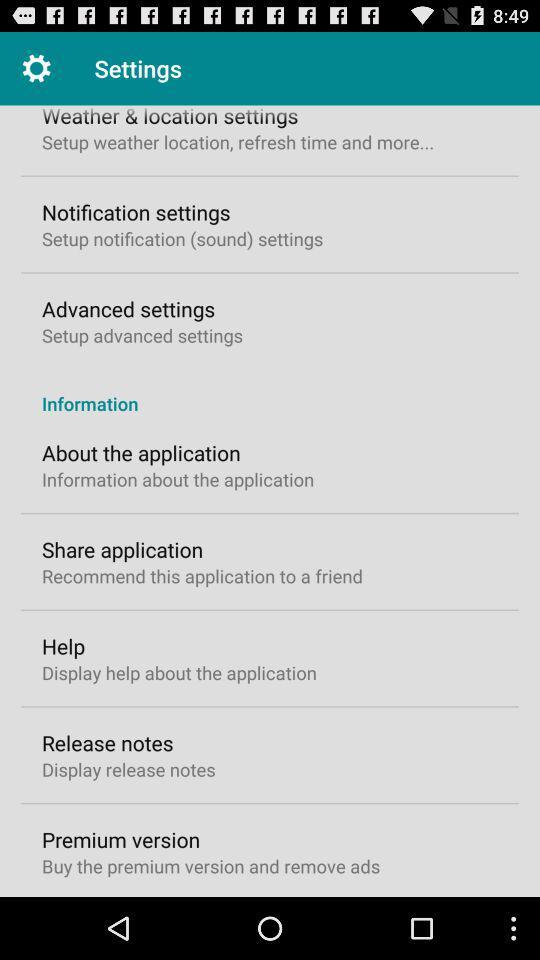  I want to click on item at the bottom, so click(210, 865).